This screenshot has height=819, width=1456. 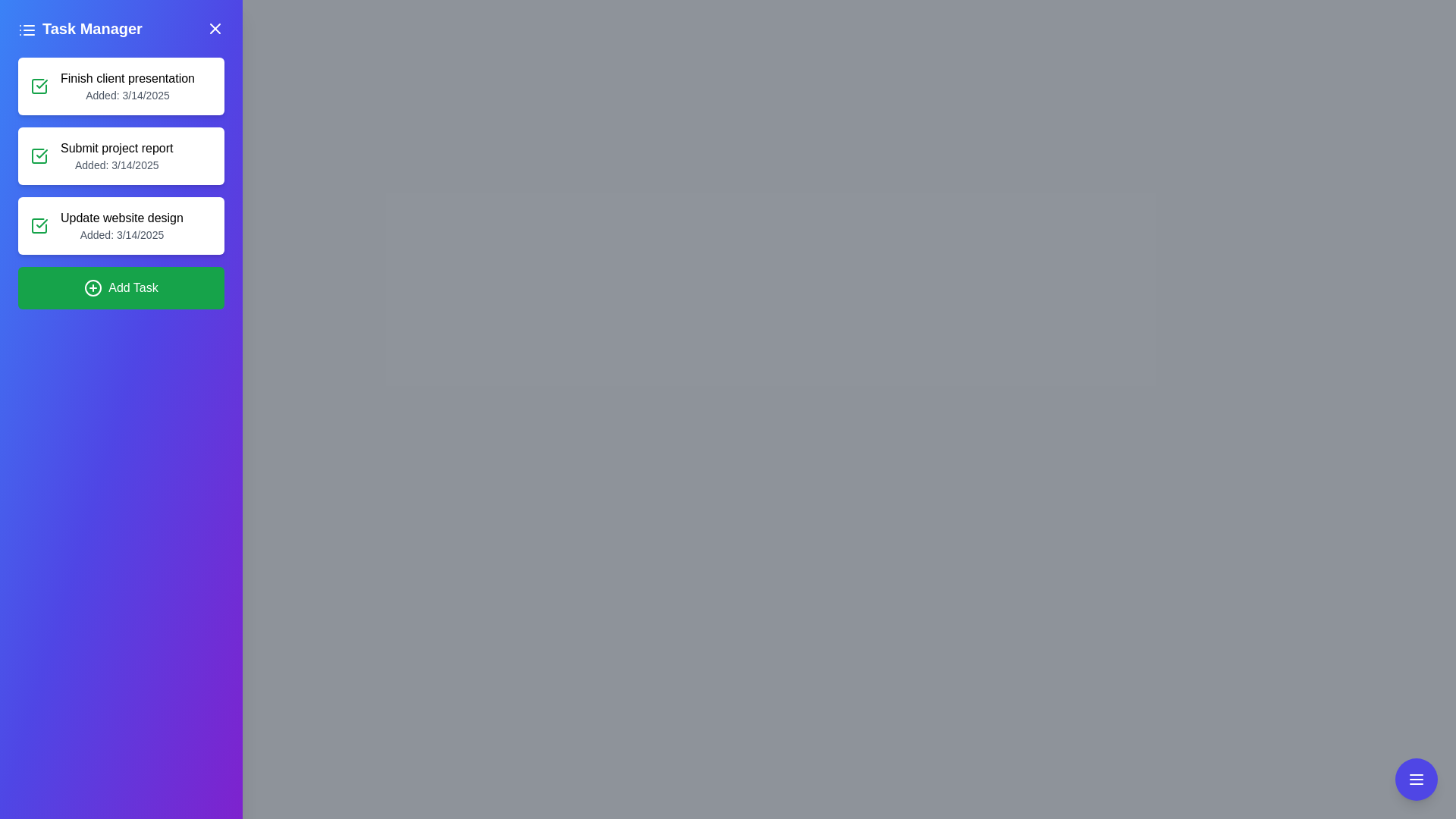 I want to click on text displayed in the third task of the vertical list, which shows 'Update website design' and 'Added: 3/14/2025', so click(x=121, y=225).